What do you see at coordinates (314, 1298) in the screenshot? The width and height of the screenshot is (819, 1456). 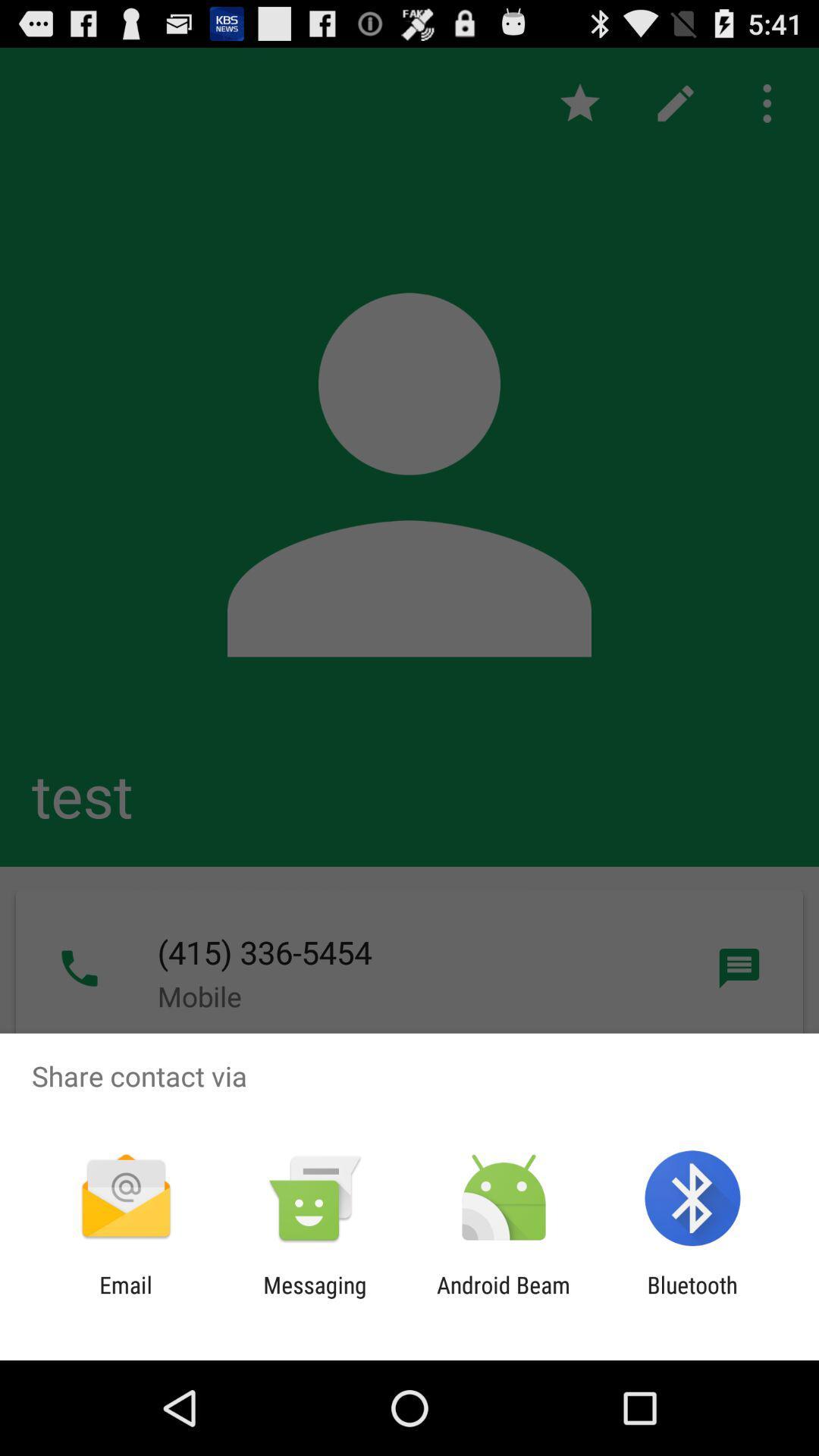 I see `the messaging` at bounding box center [314, 1298].